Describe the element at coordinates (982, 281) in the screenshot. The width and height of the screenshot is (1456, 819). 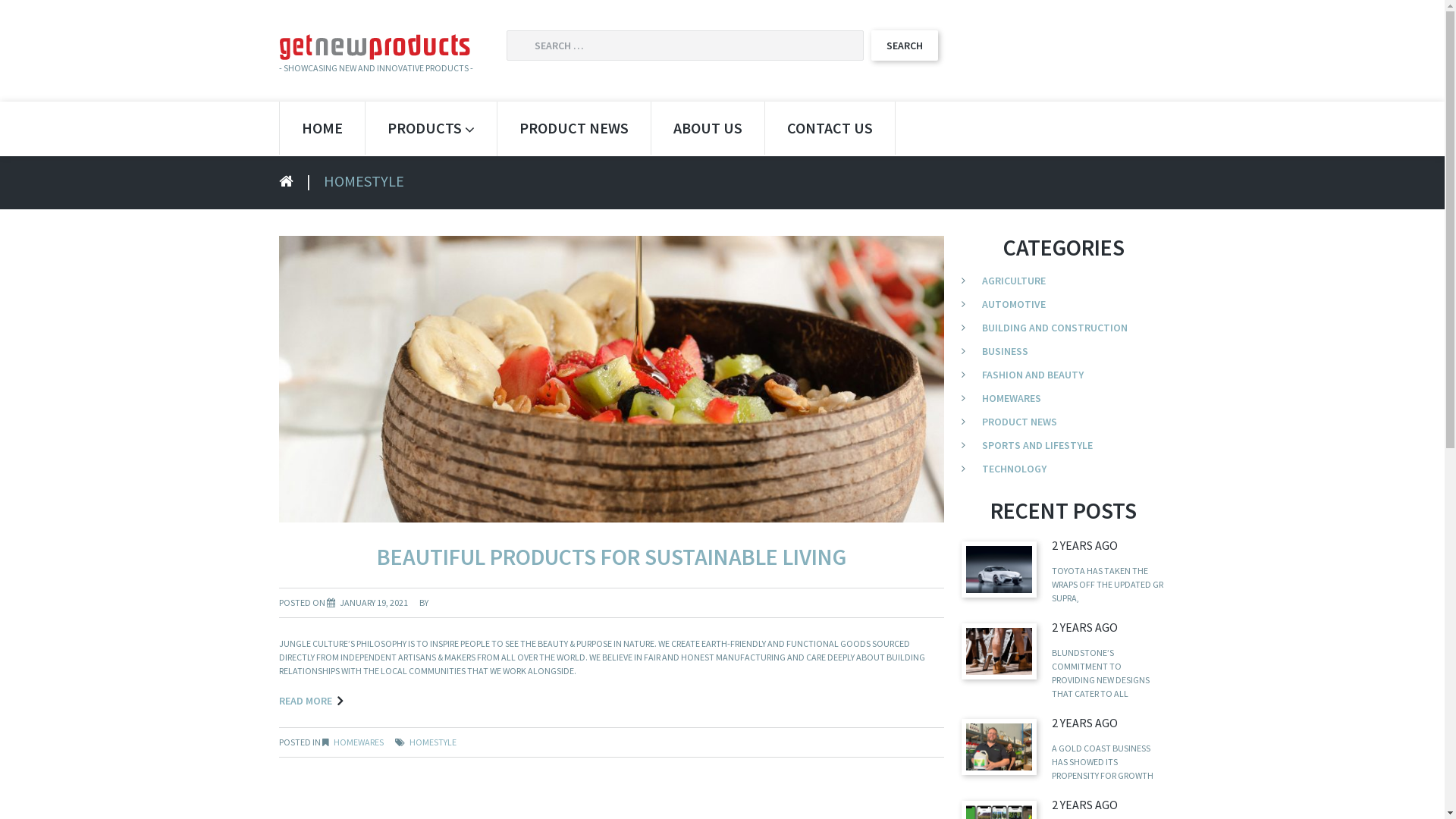
I see `'AGRICULTURE'` at that location.